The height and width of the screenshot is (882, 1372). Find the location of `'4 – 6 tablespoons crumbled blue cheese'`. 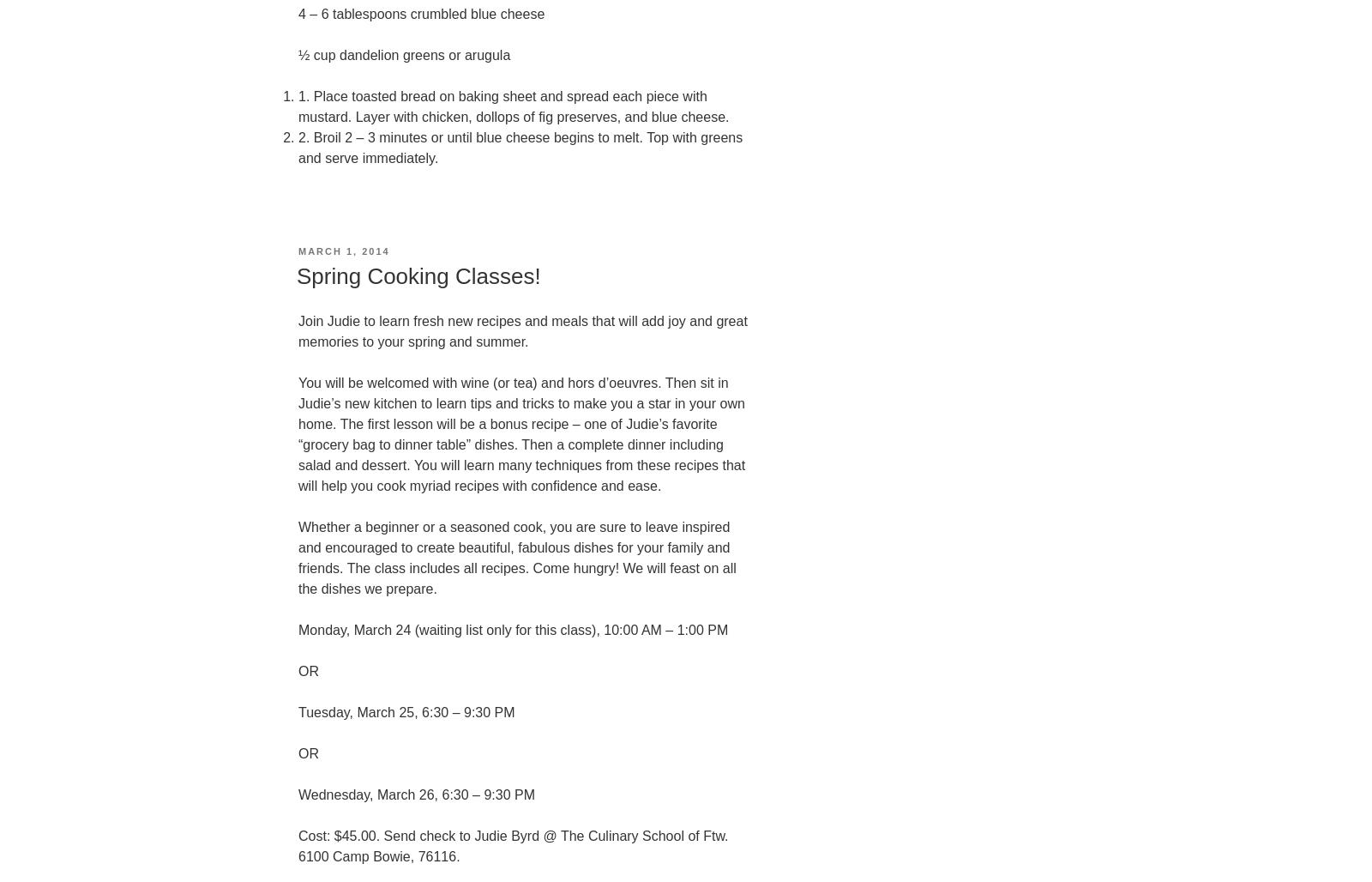

'4 – 6 tablespoons crumbled blue cheese' is located at coordinates (420, 13).